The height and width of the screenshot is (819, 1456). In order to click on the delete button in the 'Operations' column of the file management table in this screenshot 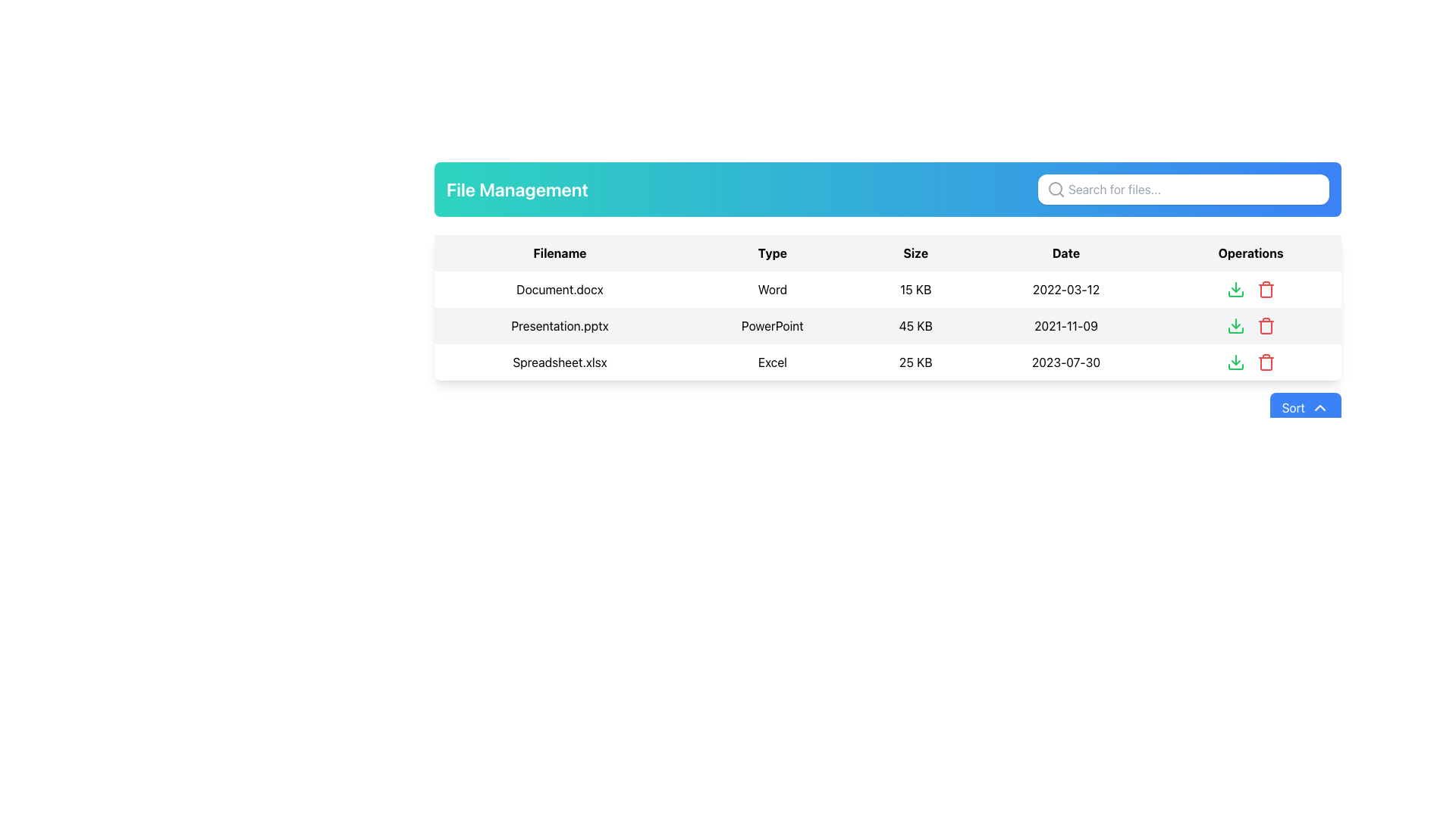, I will do `click(1266, 325)`.